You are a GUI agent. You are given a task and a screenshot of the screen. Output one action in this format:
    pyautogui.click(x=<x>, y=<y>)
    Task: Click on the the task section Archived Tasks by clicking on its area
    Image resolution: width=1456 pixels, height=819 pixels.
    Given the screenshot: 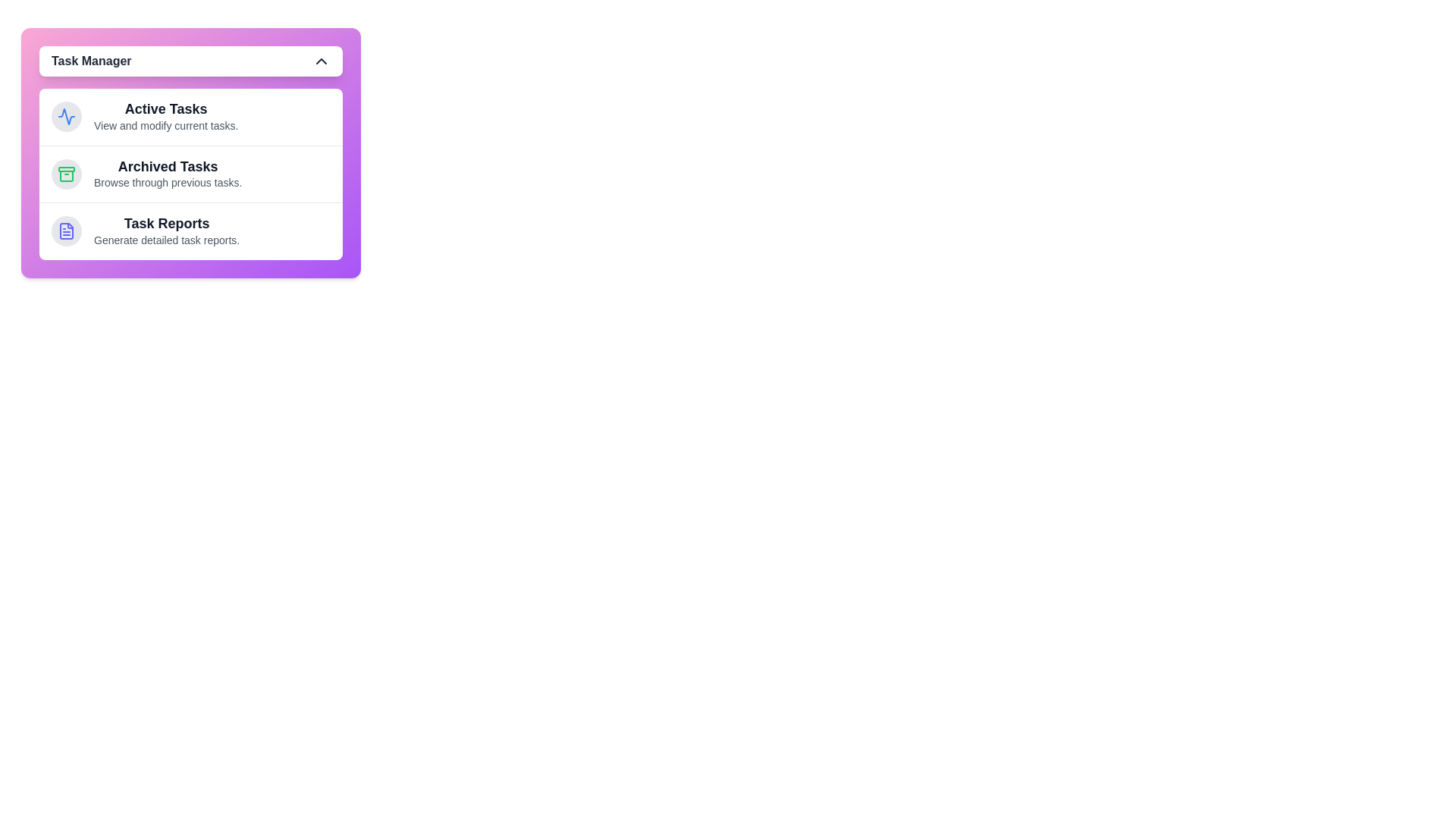 What is the action you would take?
    pyautogui.click(x=190, y=173)
    